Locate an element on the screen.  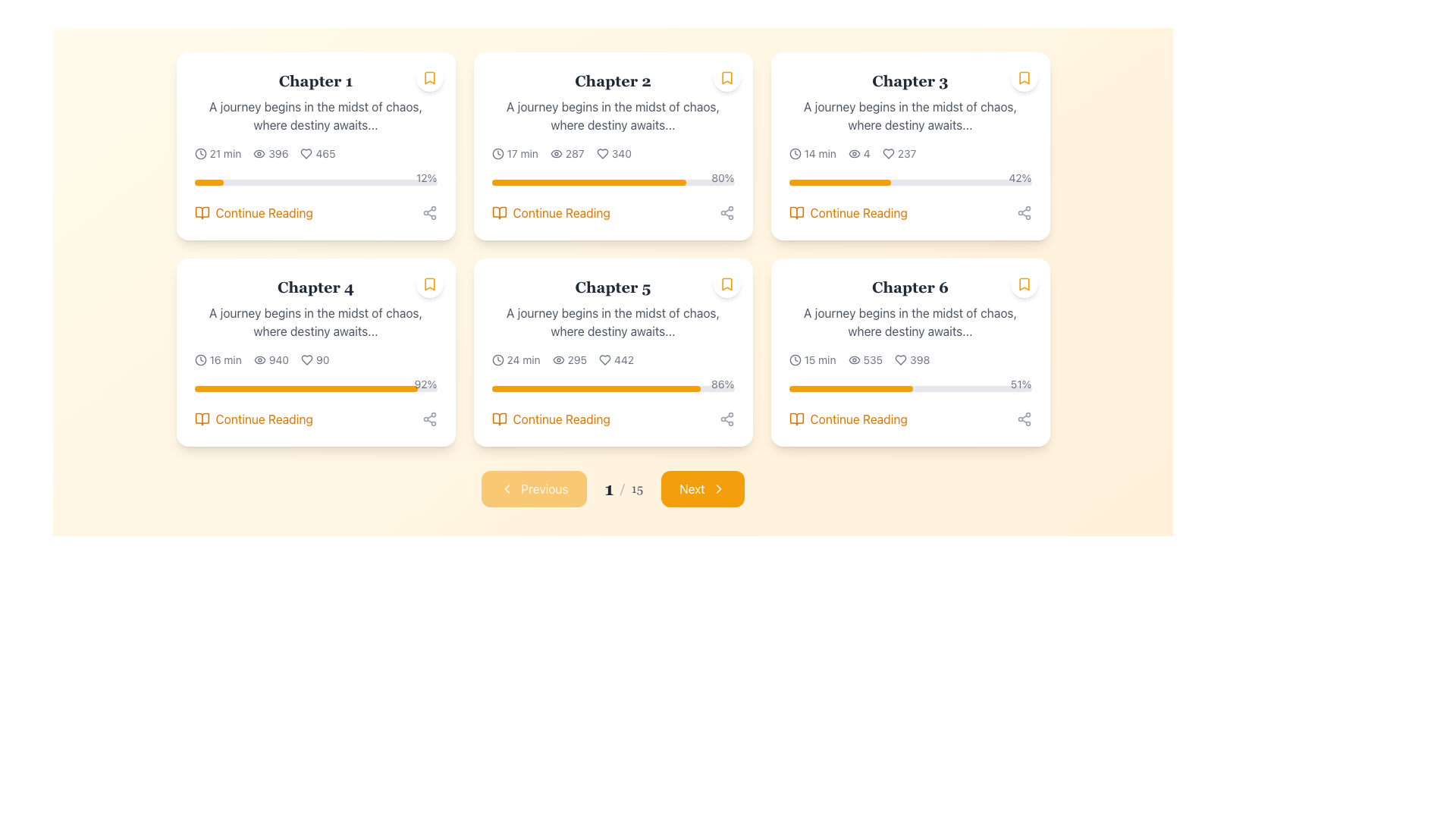
the static text label showing the number of views for chapter 3, which is located to the right of the eye icon and above the heart icon is located at coordinates (867, 154).